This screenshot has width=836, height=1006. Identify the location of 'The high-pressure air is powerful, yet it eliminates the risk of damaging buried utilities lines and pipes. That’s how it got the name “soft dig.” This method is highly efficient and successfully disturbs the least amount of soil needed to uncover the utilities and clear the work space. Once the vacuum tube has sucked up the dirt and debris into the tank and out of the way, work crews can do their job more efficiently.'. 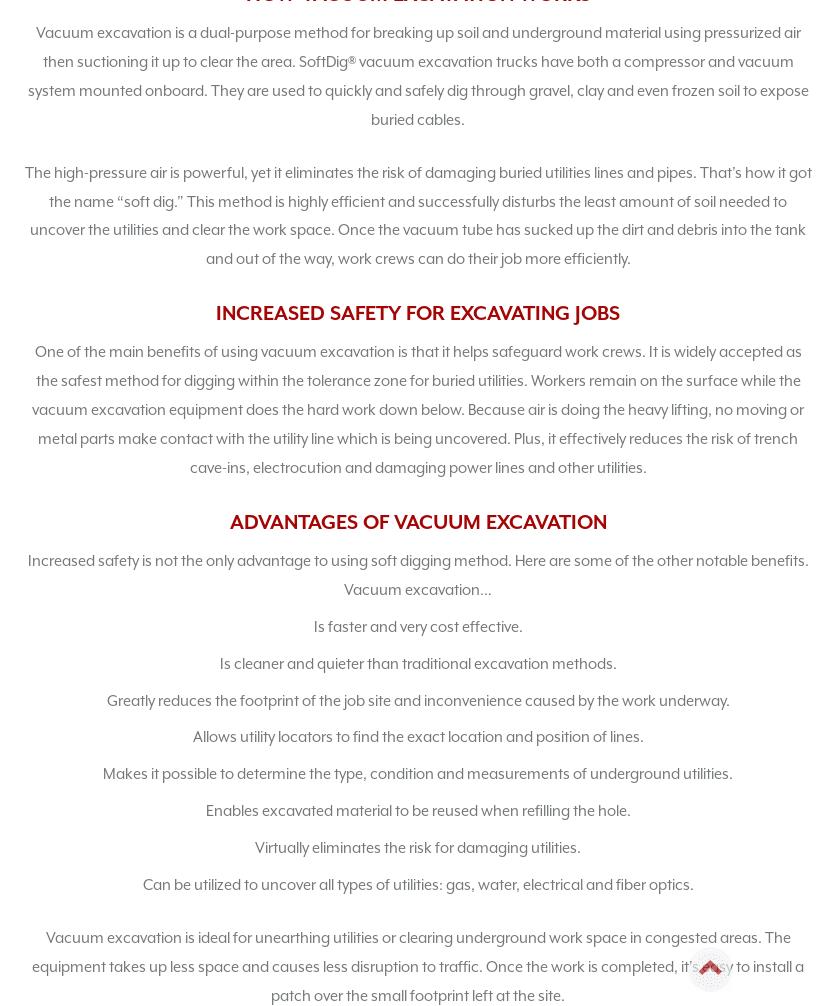
(416, 214).